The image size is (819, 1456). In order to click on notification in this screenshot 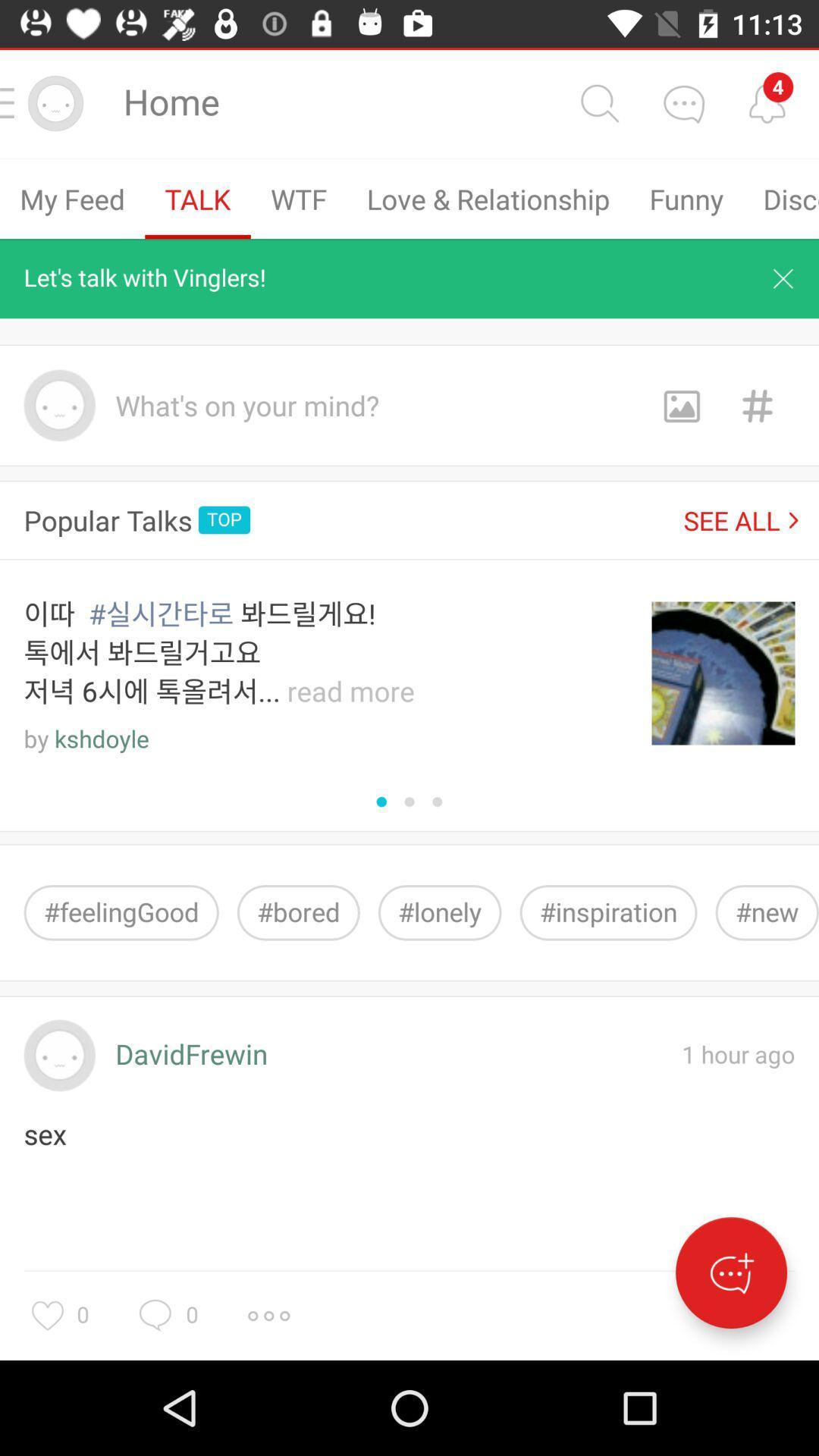, I will do `click(783, 278)`.